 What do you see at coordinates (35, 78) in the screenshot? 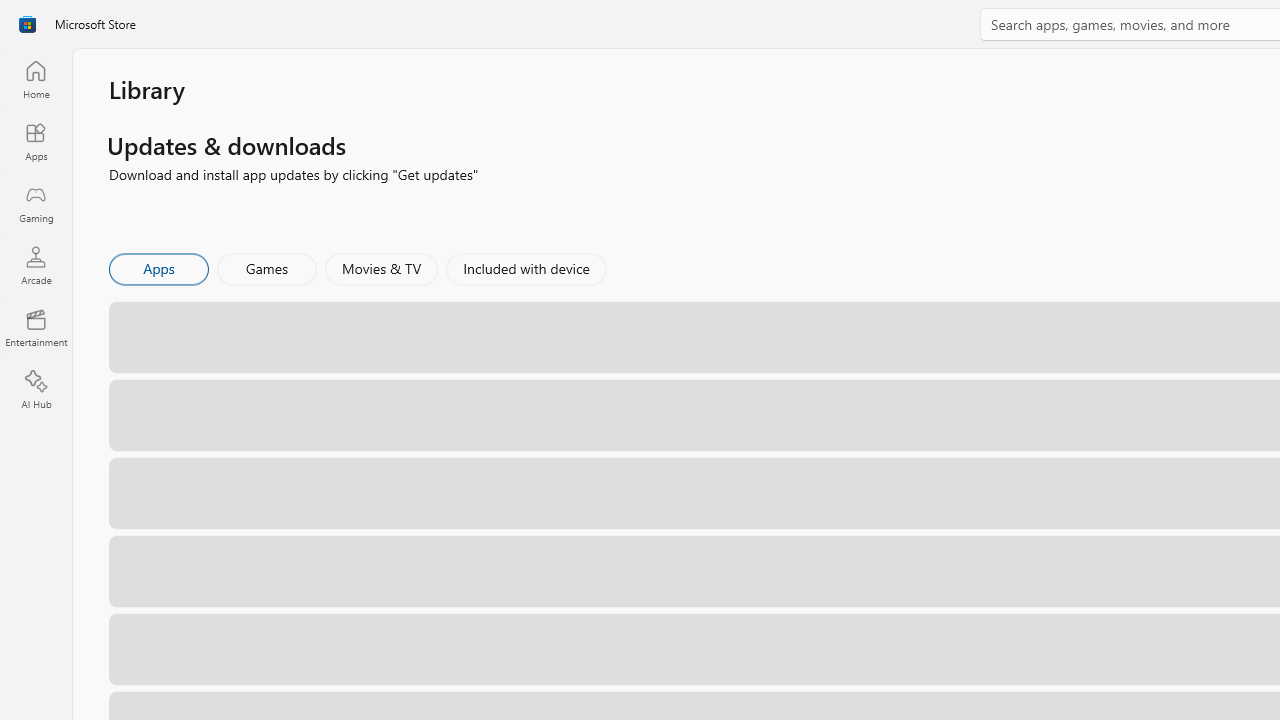
I see `'Home'` at bounding box center [35, 78].